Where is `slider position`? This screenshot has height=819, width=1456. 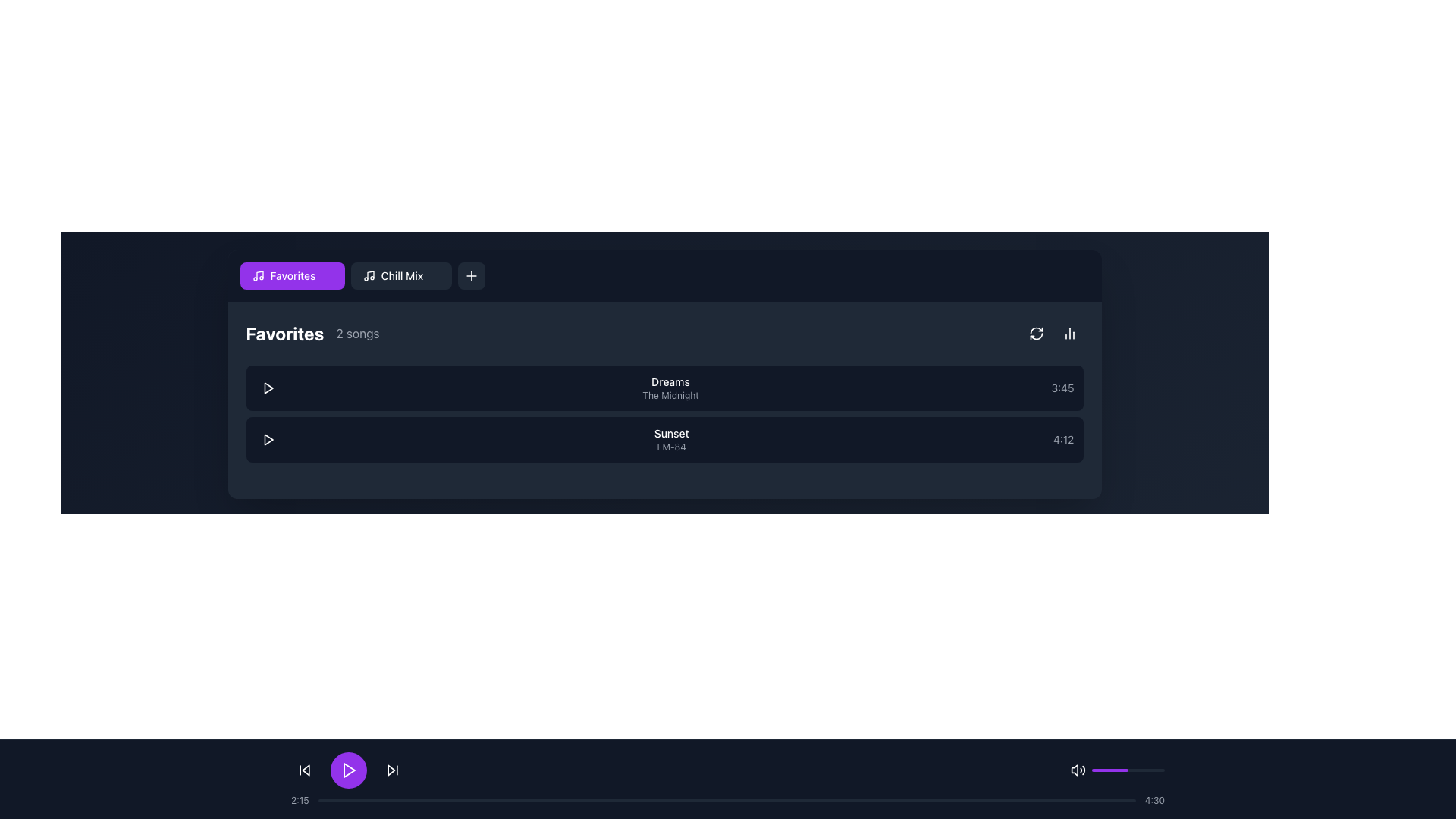
slider position is located at coordinates (1109, 770).